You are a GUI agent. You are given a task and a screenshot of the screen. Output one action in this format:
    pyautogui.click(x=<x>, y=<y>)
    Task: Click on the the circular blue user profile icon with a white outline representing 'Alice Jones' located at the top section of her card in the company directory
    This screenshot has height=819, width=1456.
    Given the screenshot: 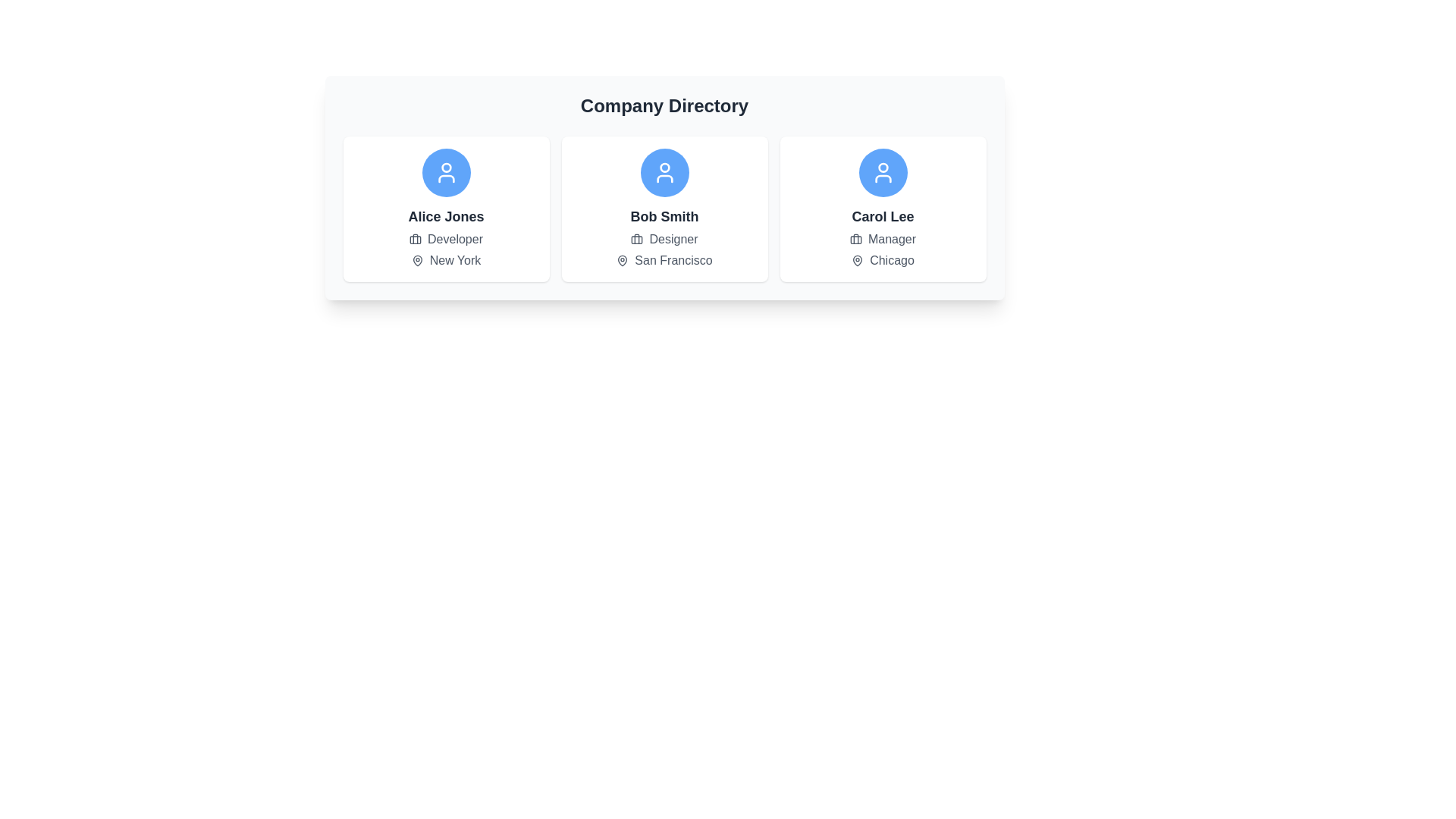 What is the action you would take?
    pyautogui.click(x=445, y=171)
    